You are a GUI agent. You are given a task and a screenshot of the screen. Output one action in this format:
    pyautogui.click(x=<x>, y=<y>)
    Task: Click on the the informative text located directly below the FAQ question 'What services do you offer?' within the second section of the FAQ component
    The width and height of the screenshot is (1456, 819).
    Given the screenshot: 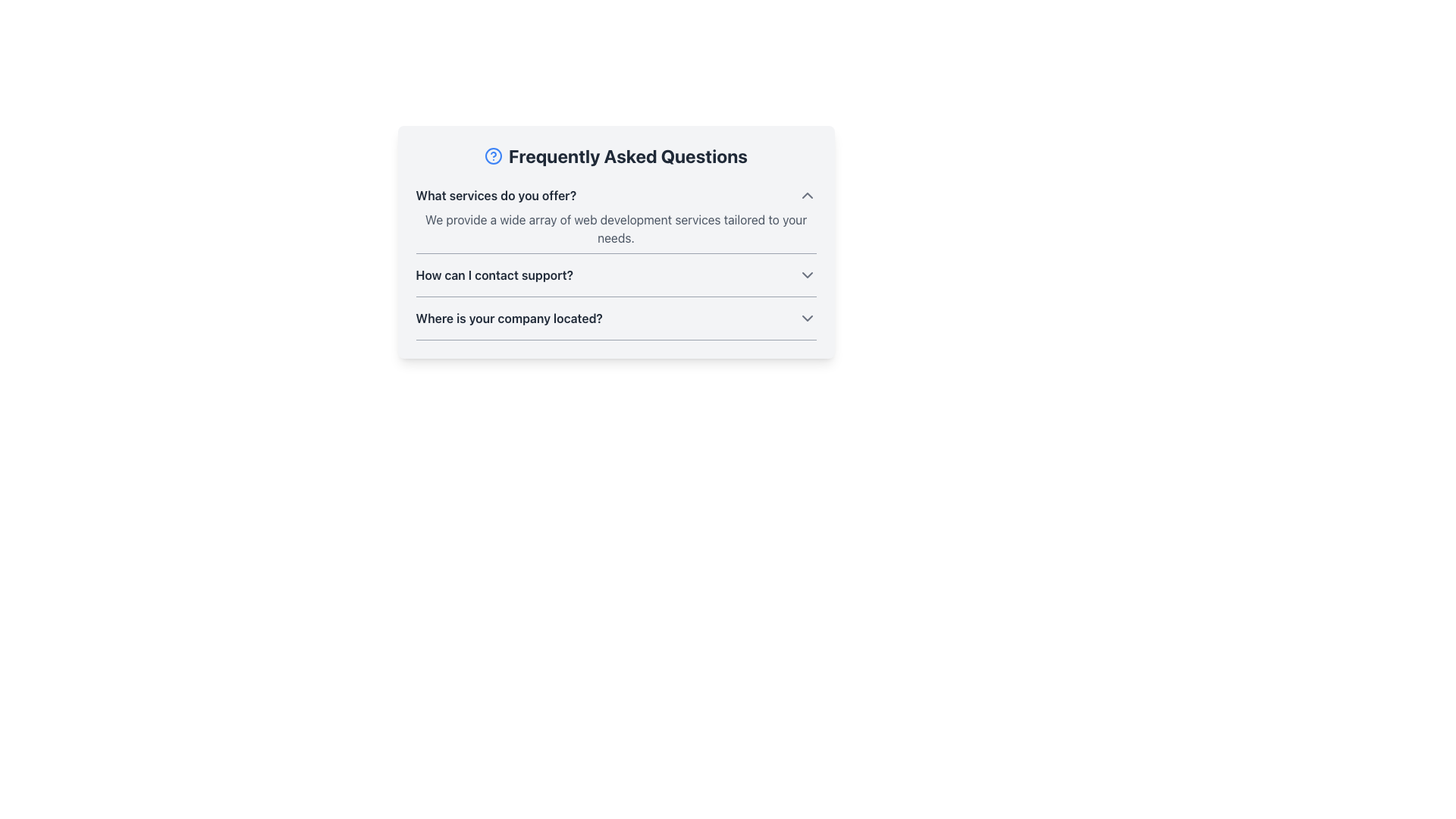 What is the action you would take?
    pyautogui.click(x=616, y=228)
    